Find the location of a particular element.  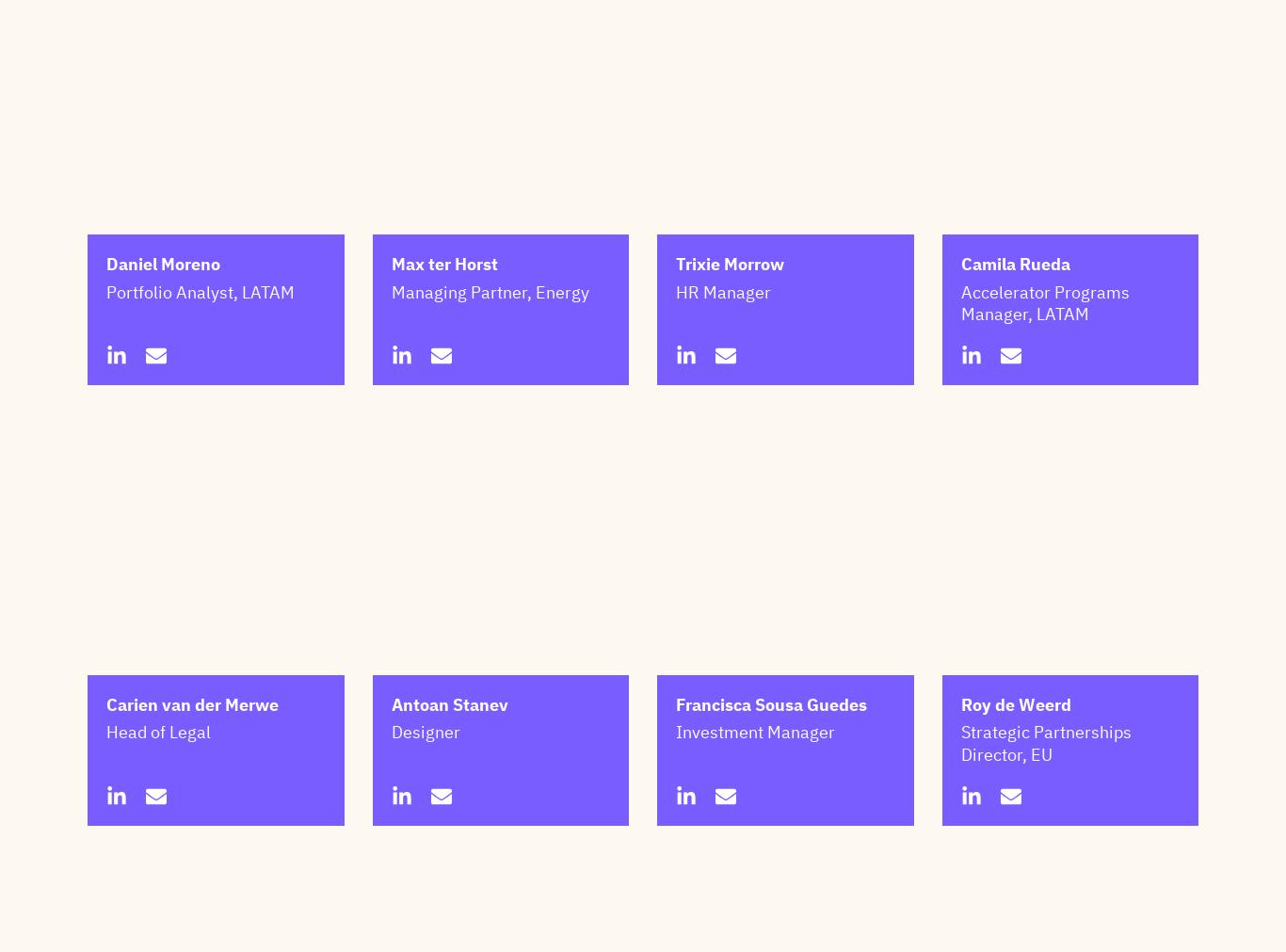

'Carien van der Merwe' is located at coordinates (191, 798).